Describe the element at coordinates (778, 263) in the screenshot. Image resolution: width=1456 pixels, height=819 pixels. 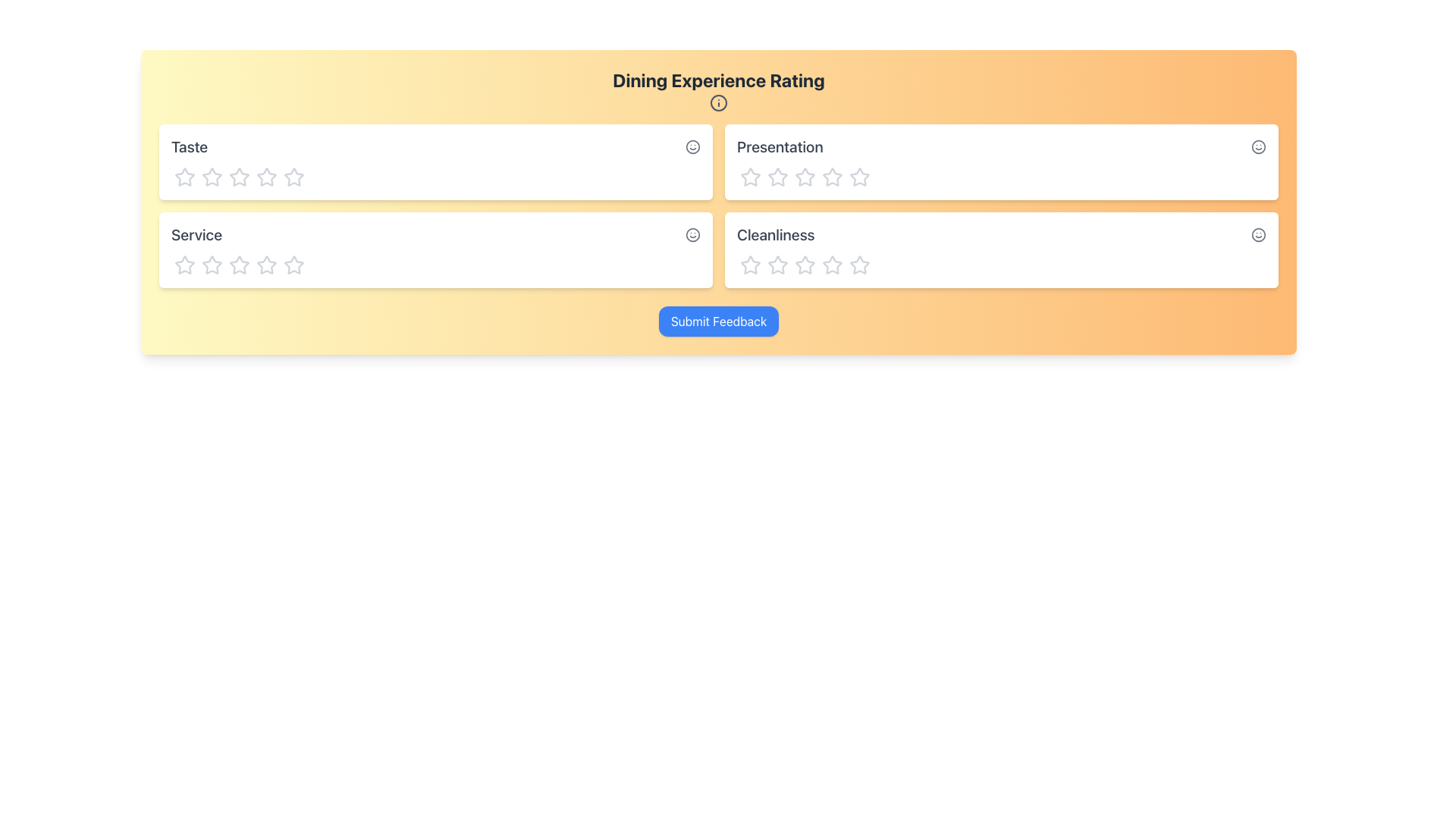
I see `the third star in the rating element for the 'Cleanliness' category` at that location.